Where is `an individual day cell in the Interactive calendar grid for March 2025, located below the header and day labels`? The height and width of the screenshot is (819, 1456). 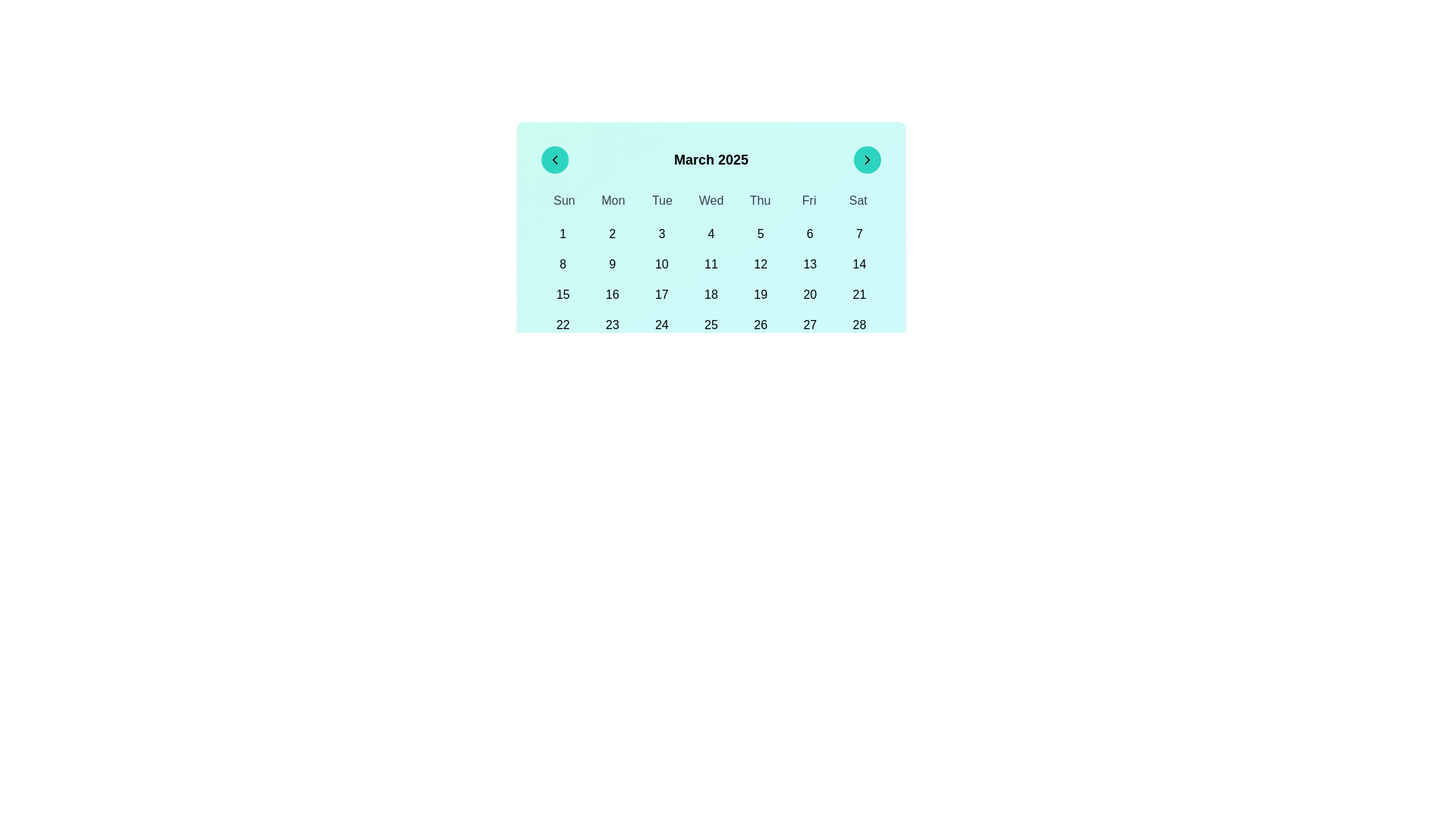 an individual day cell in the Interactive calendar grid for March 2025, located below the header and day labels is located at coordinates (710, 295).